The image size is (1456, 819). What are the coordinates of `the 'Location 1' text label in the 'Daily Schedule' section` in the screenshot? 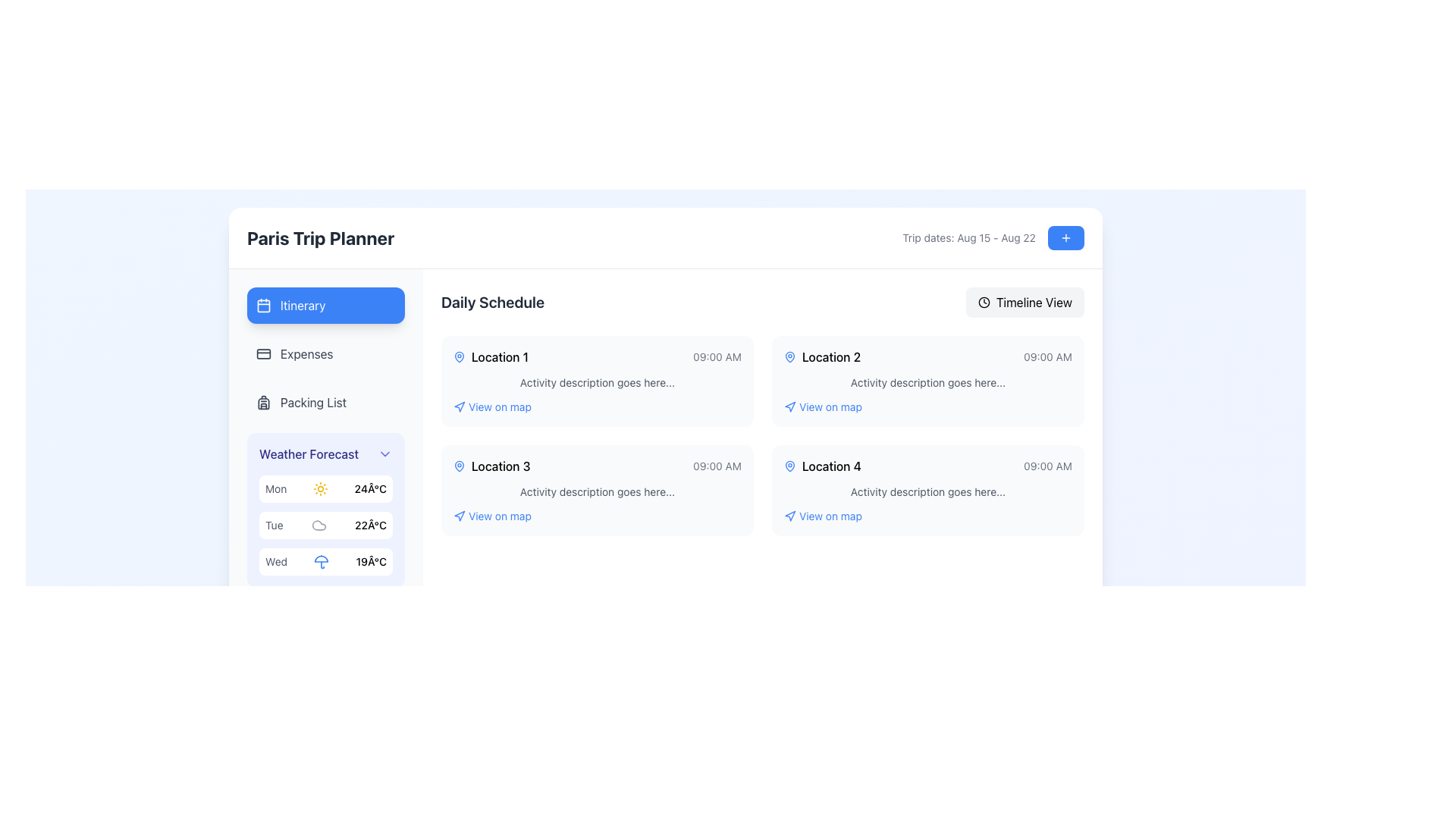 It's located at (500, 356).